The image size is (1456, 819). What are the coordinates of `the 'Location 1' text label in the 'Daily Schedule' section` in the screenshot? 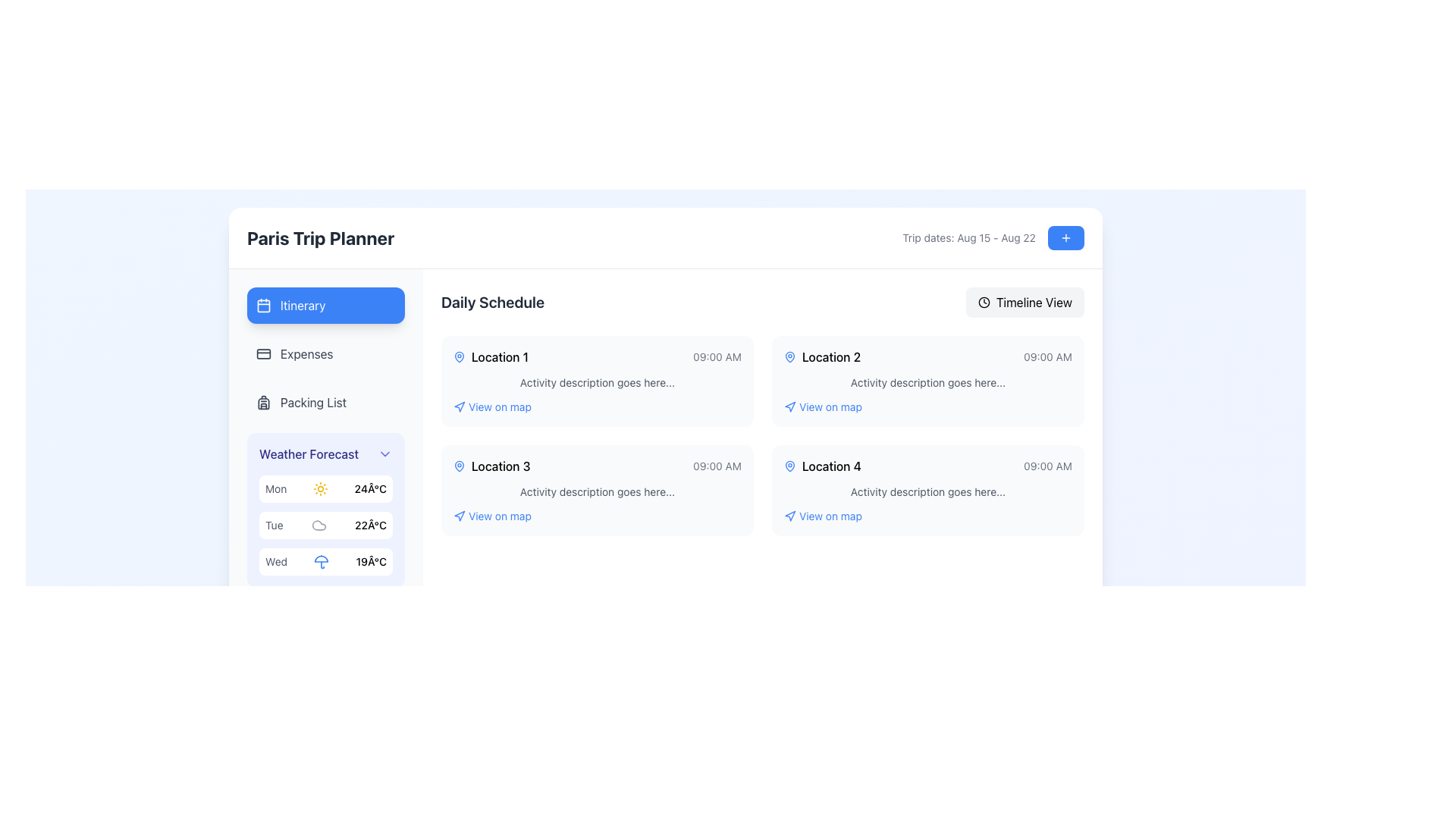 It's located at (500, 356).